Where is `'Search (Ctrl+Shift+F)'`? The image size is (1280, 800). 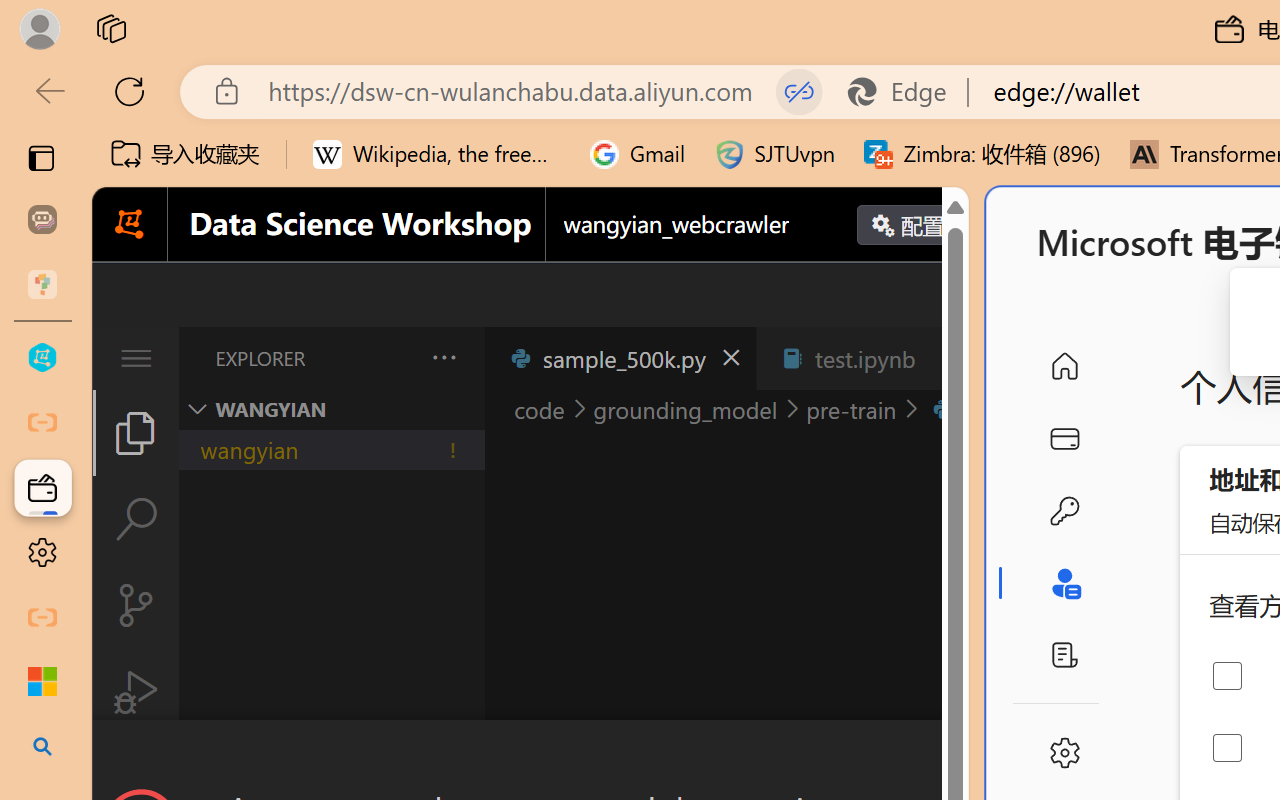 'Search (Ctrl+Shift+F)' is located at coordinates (134, 518).